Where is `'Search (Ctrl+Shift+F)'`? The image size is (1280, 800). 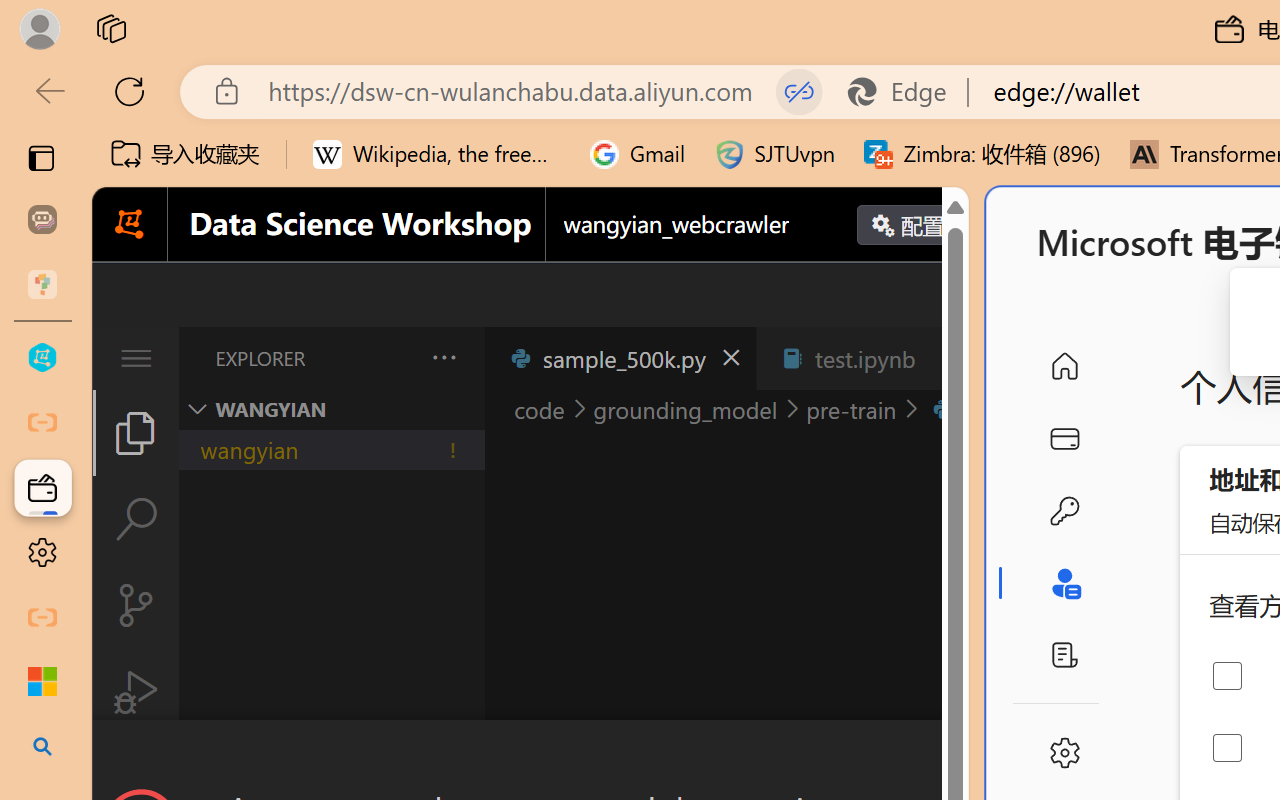 'Search (Ctrl+Shift+F)' is located at coordinates (134, 518).